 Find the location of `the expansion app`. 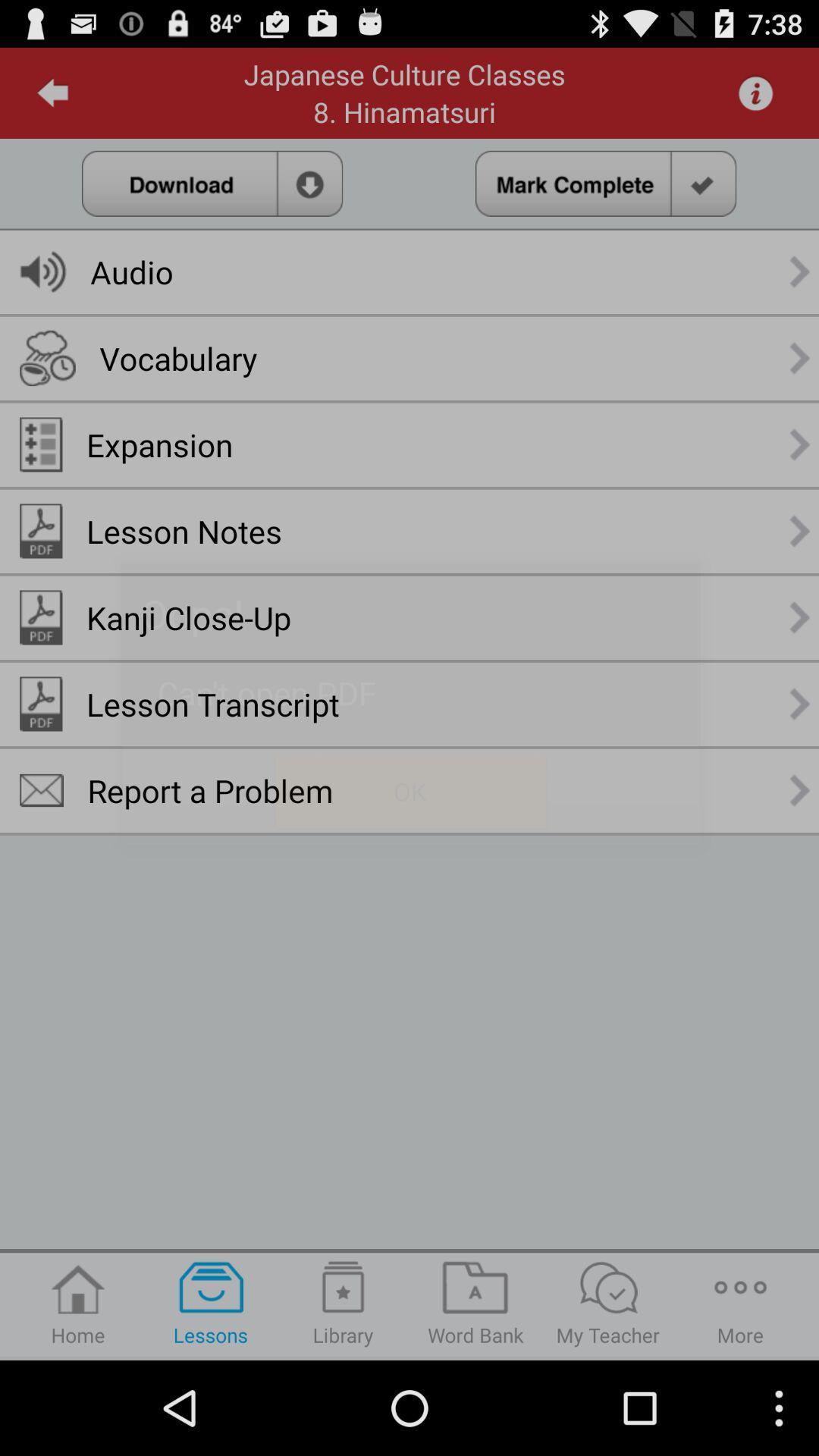

the expansion app is located at coordinates (159, 444).